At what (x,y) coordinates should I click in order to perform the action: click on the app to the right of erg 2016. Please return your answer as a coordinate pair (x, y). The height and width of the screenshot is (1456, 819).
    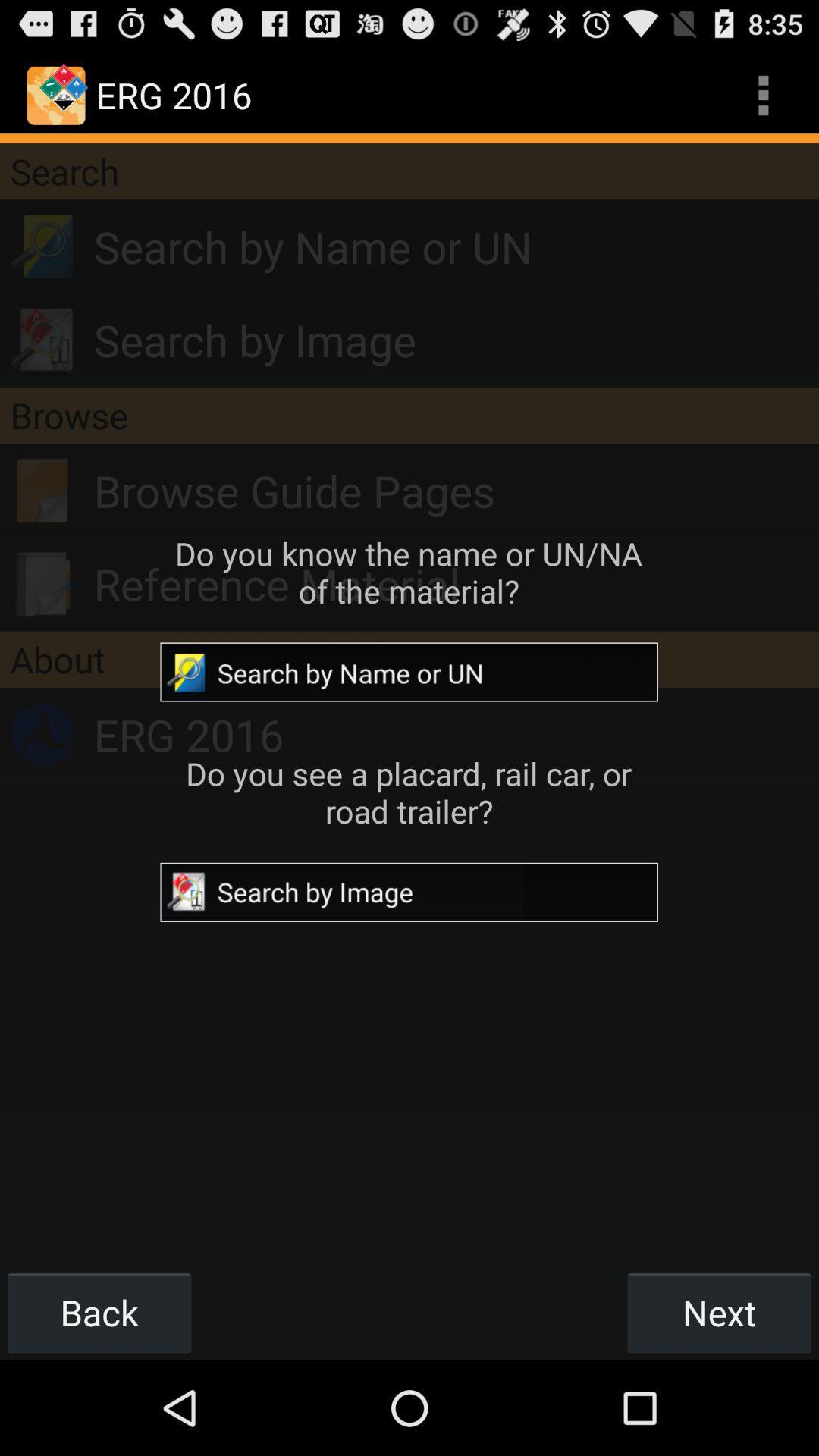
    Looking at the image, I should click on (763, 94).